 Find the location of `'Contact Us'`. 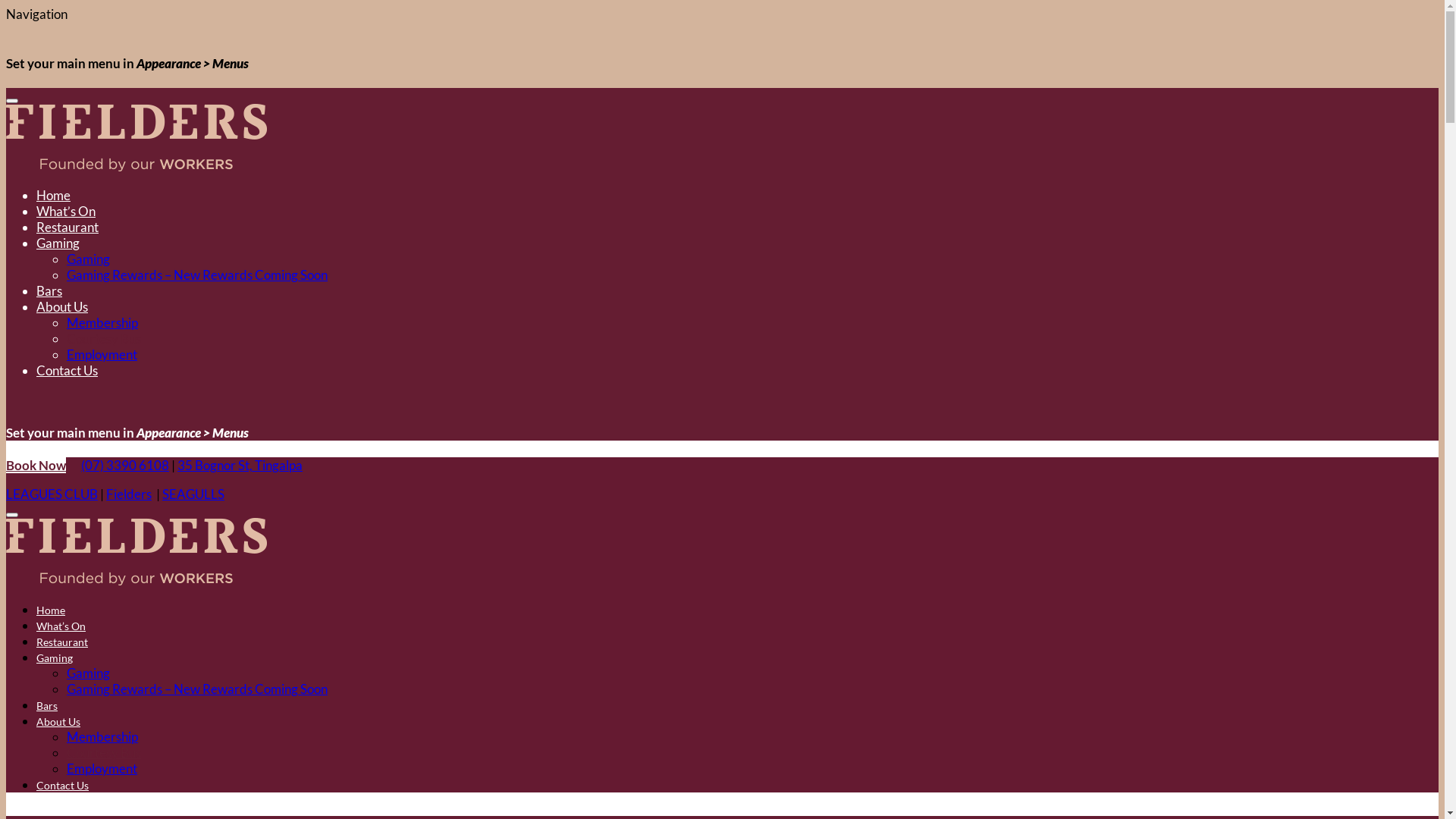

'Contact Us' is located at coordinates (66, 370).